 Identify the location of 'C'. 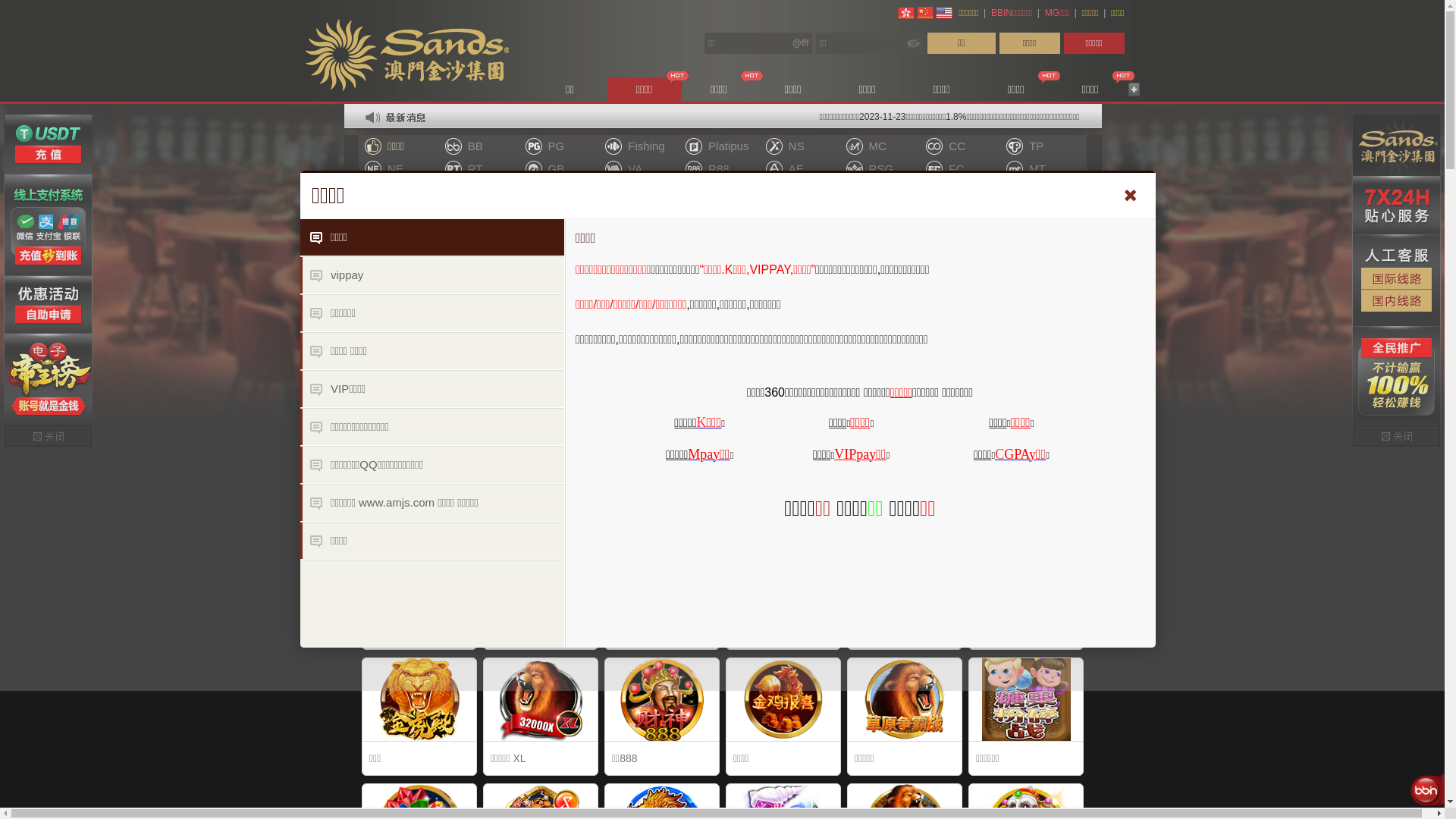
(994, 452).